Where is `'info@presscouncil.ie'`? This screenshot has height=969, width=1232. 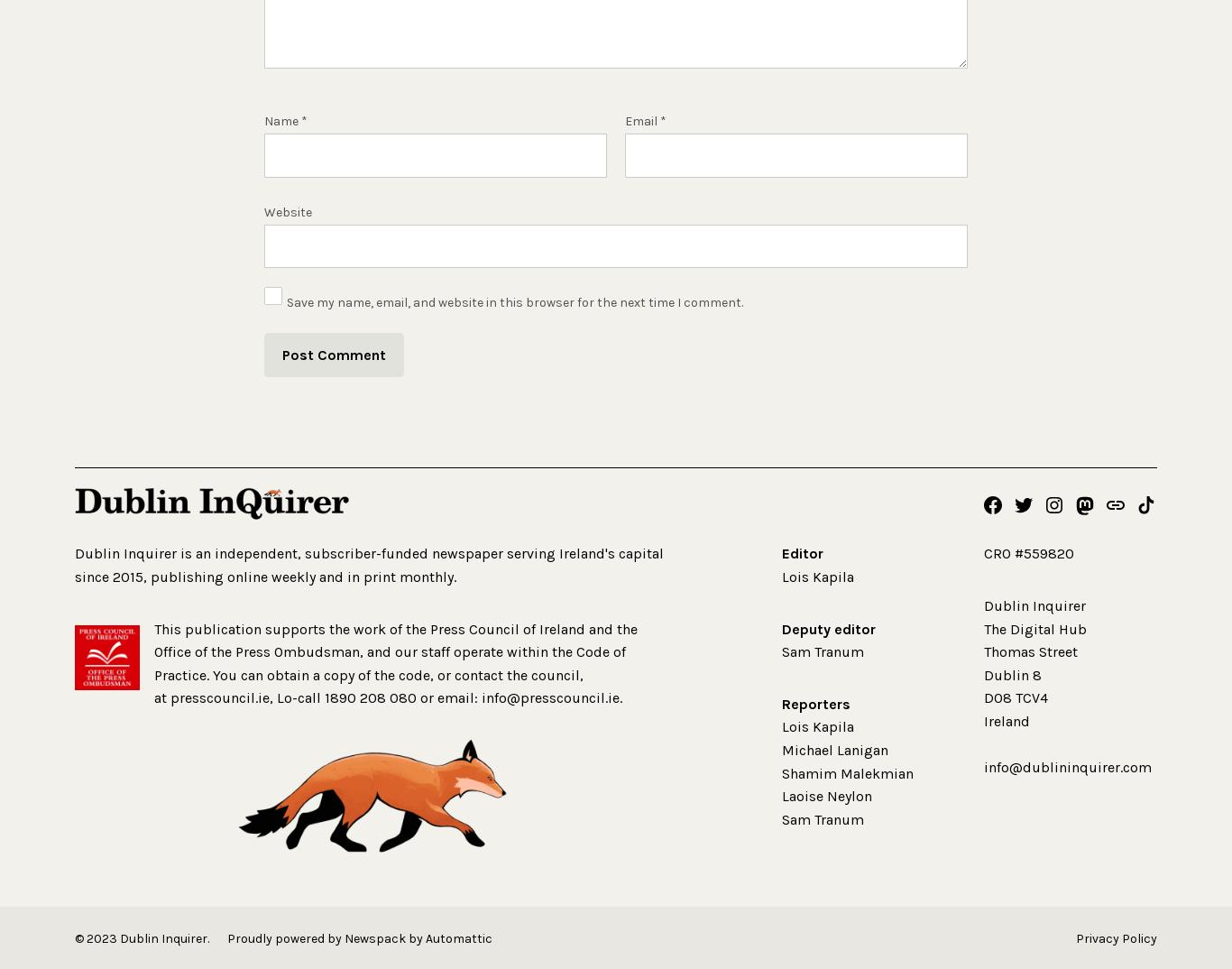 'info@presscouncil.ie' is located at coordinates (549, 697).